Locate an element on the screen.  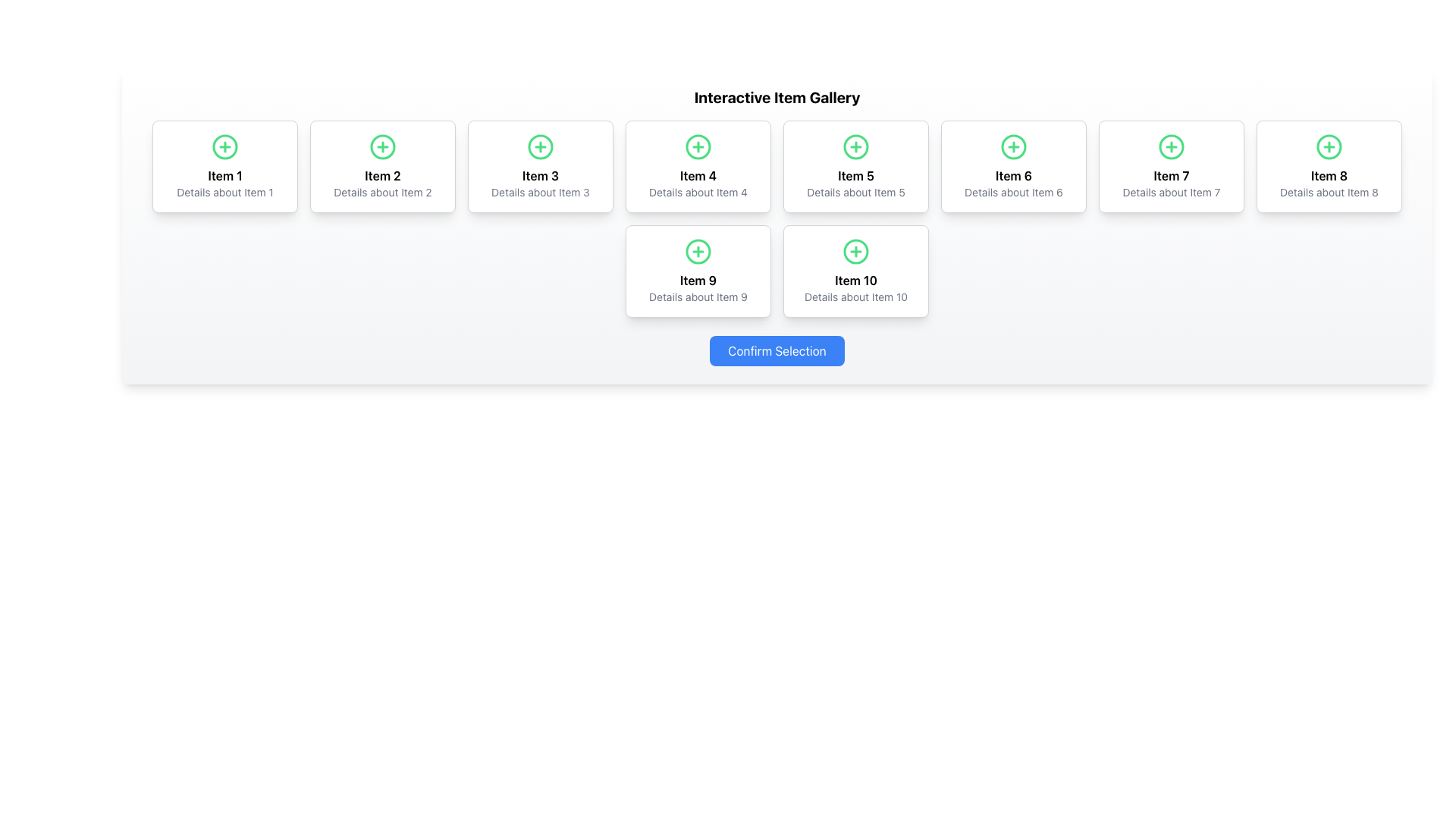
the card displaying information about 'Item 9', located in the second row and third column of the grid layout is located at coordinates (698, 271).